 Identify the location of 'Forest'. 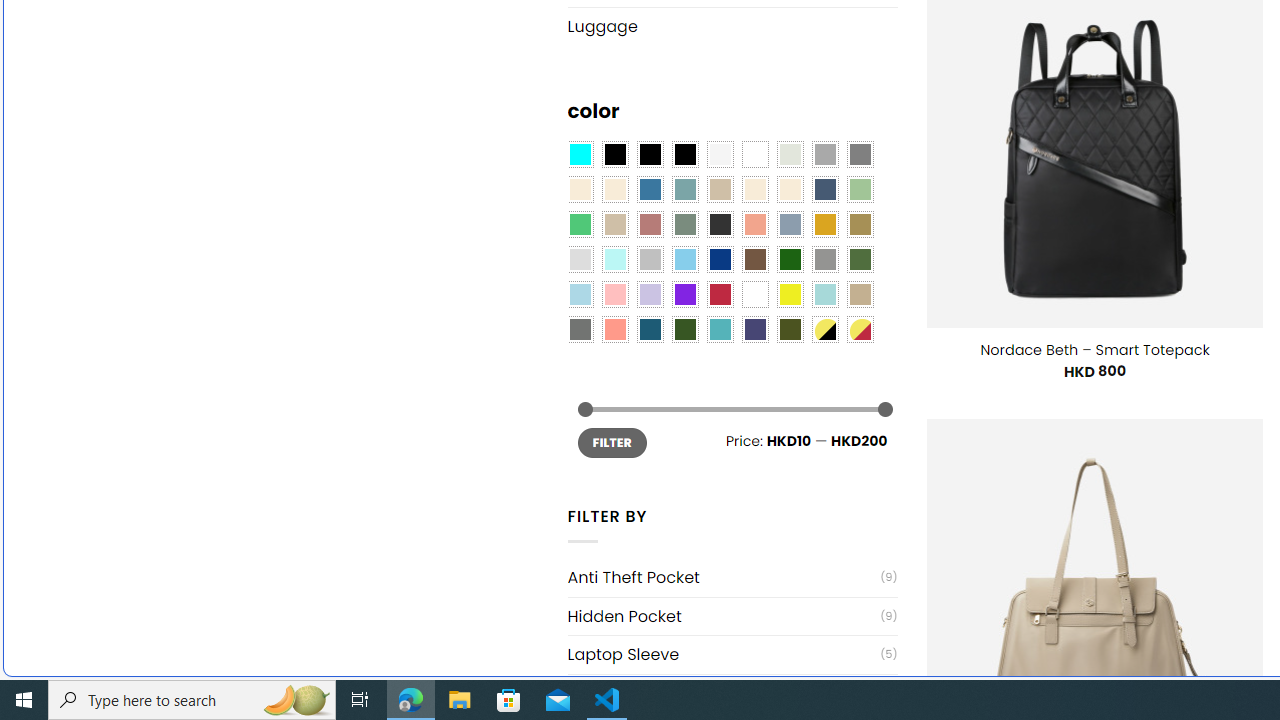
(684, 328).